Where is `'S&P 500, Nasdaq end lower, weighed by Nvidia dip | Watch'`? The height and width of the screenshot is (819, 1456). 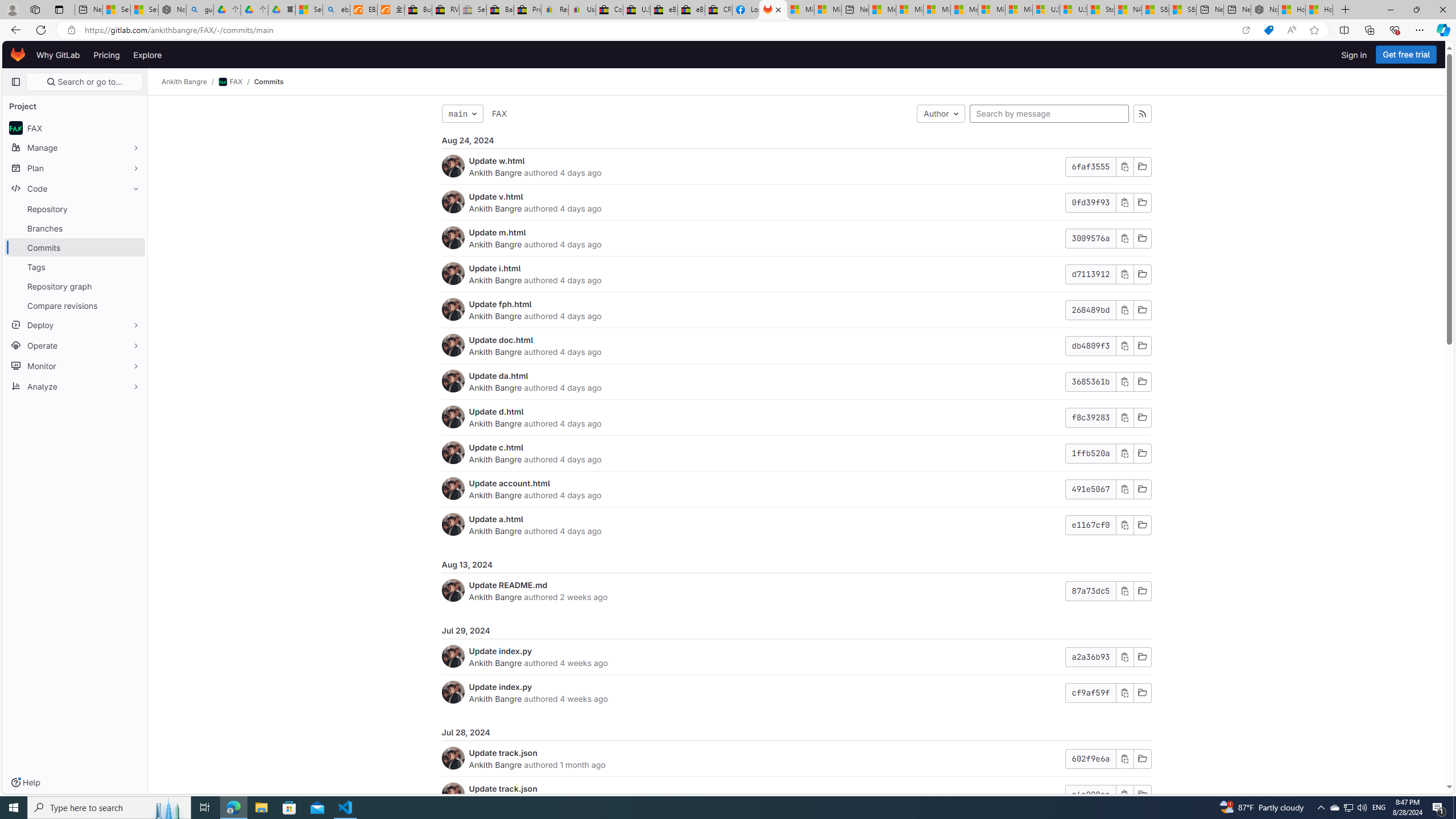 'S&P 500, Nasdaq end lower, weighed by Nvidia dip | Watch' is located at coordinates (1182, 9).